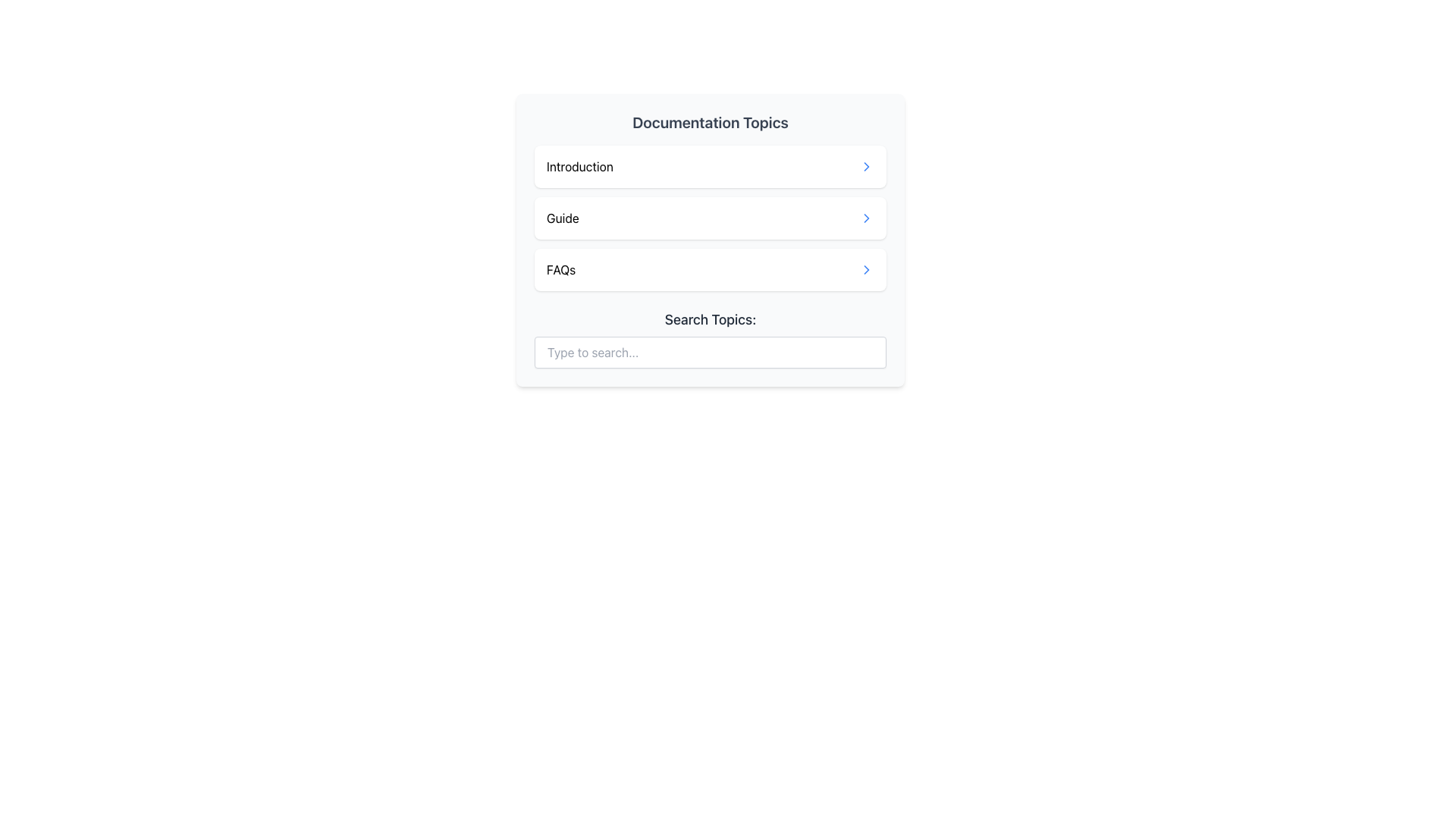  I want to click on the links in the 'Documentation Topics' navigation menu, so click(709, 239).